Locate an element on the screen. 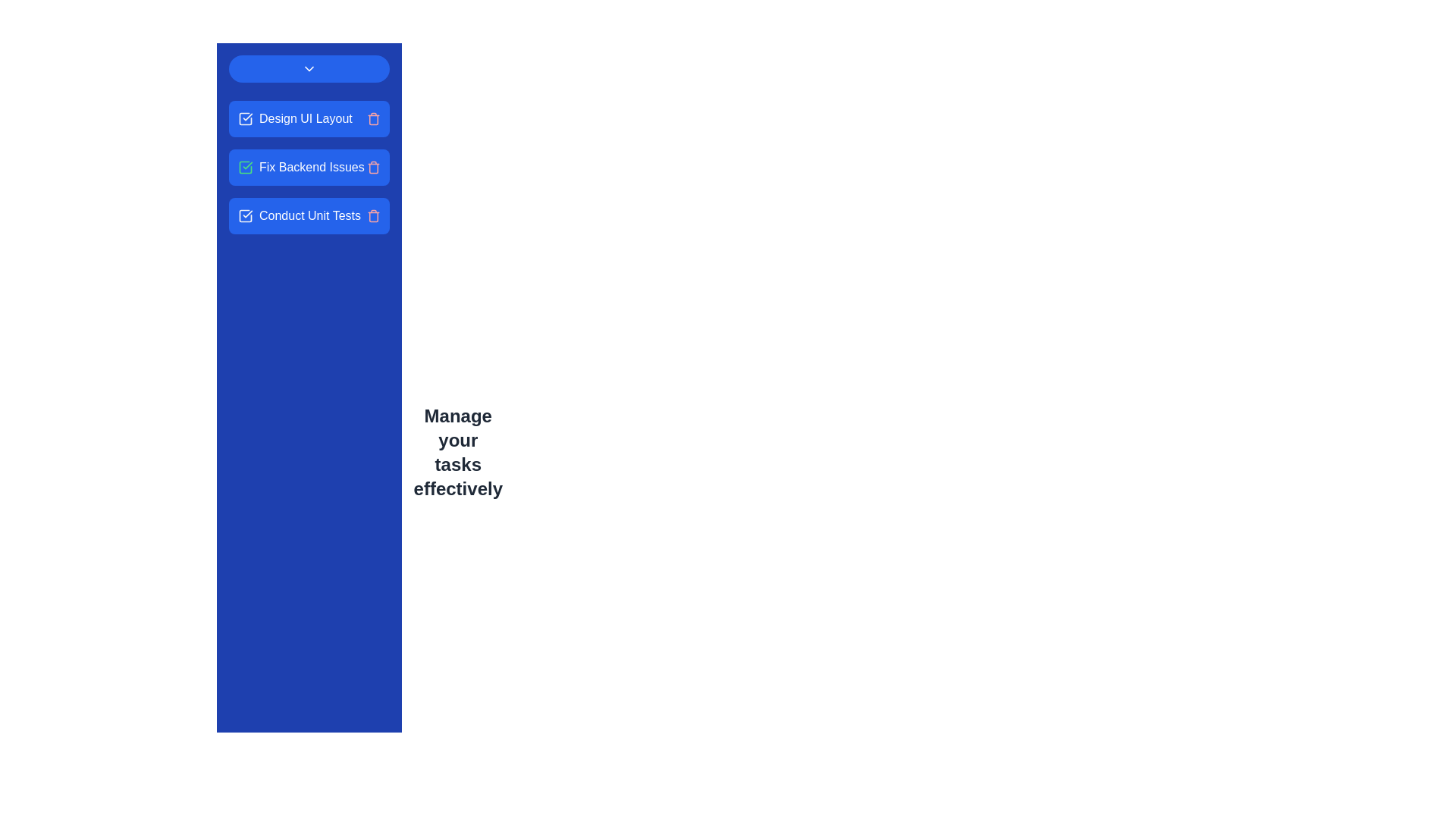 The width and height of the screenshot is (1456, 819). the downwards-pointing chevron icon on the light blue button to interact with the dropdown menu is located at coordinates (308, 69).